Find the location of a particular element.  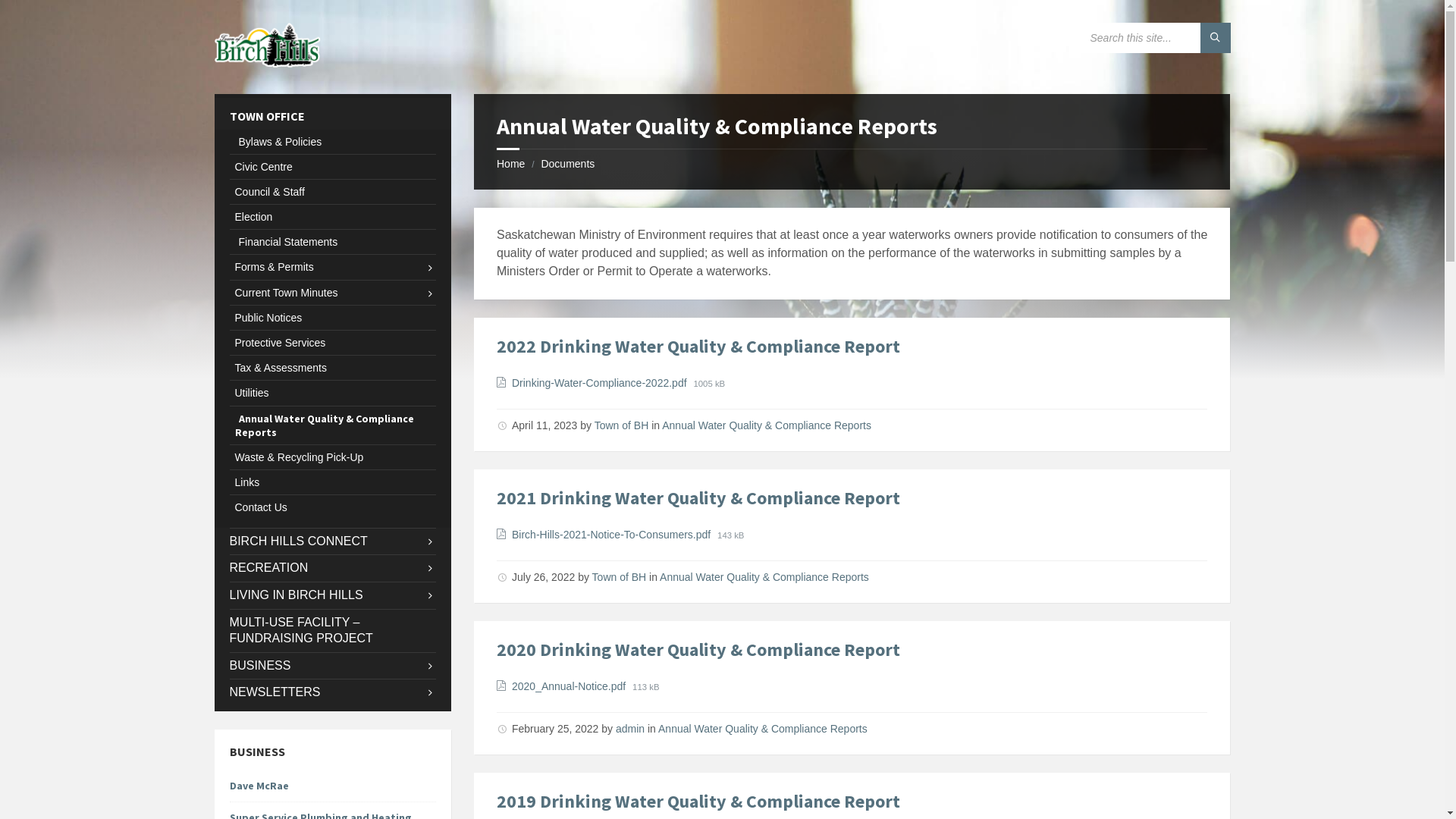

'LIVING IN BIRCH HILLS' is located at coordinates (228, 595).